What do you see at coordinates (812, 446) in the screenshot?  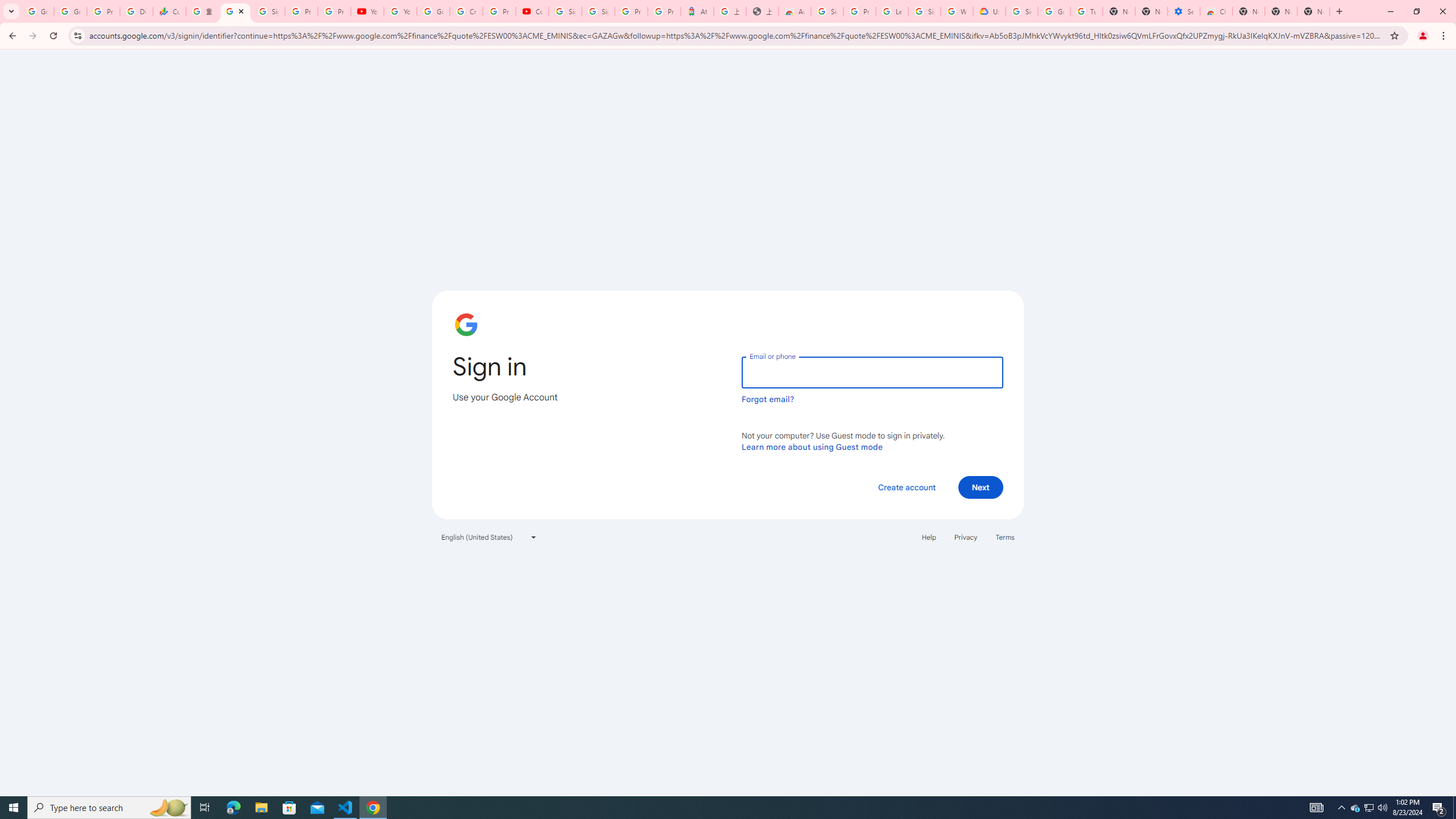 I see `'Learn more about using Guest mode'` at bounding box center [812, 446].